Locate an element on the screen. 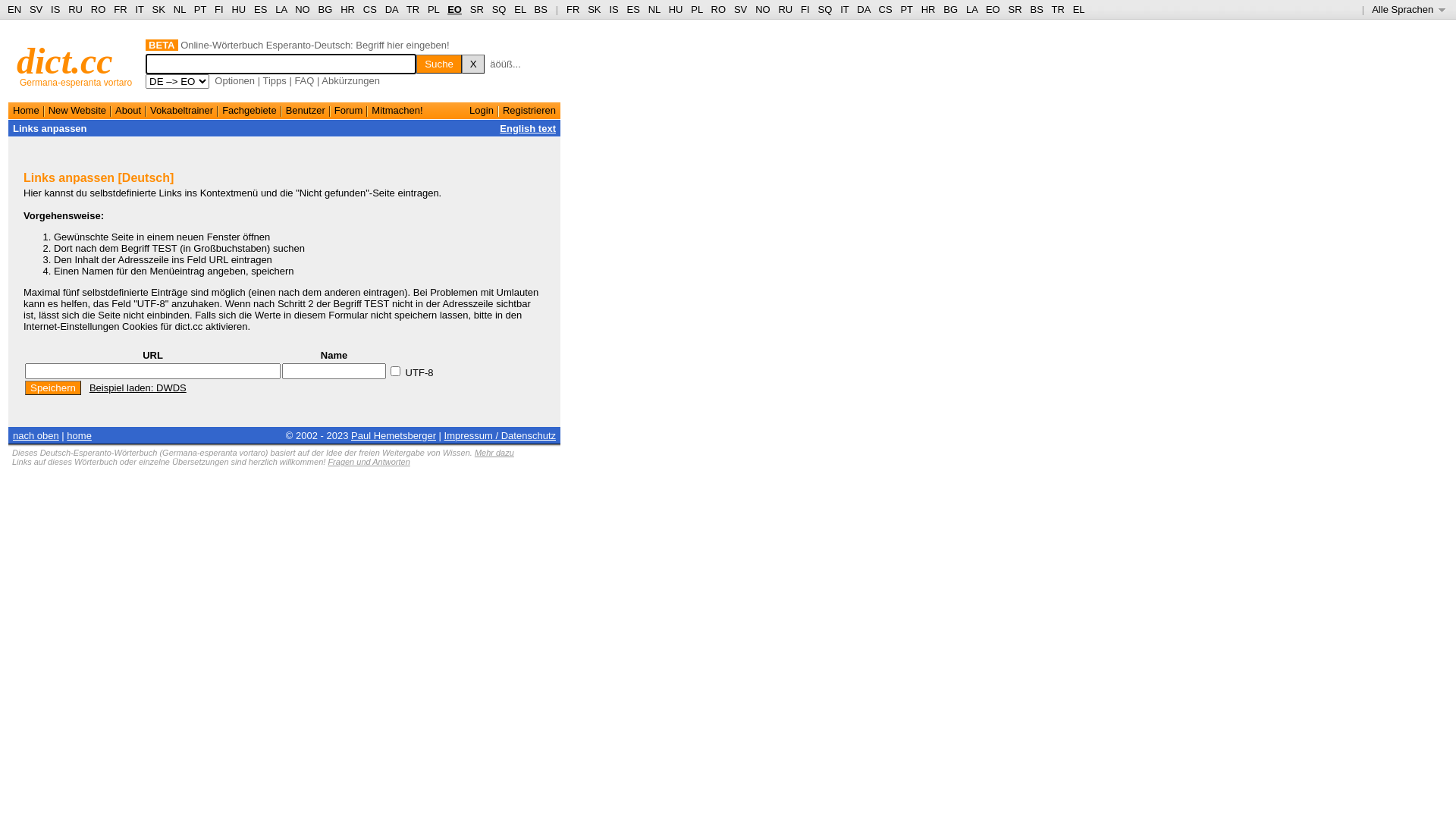  'New Website' is located at coordinates (76, 109).